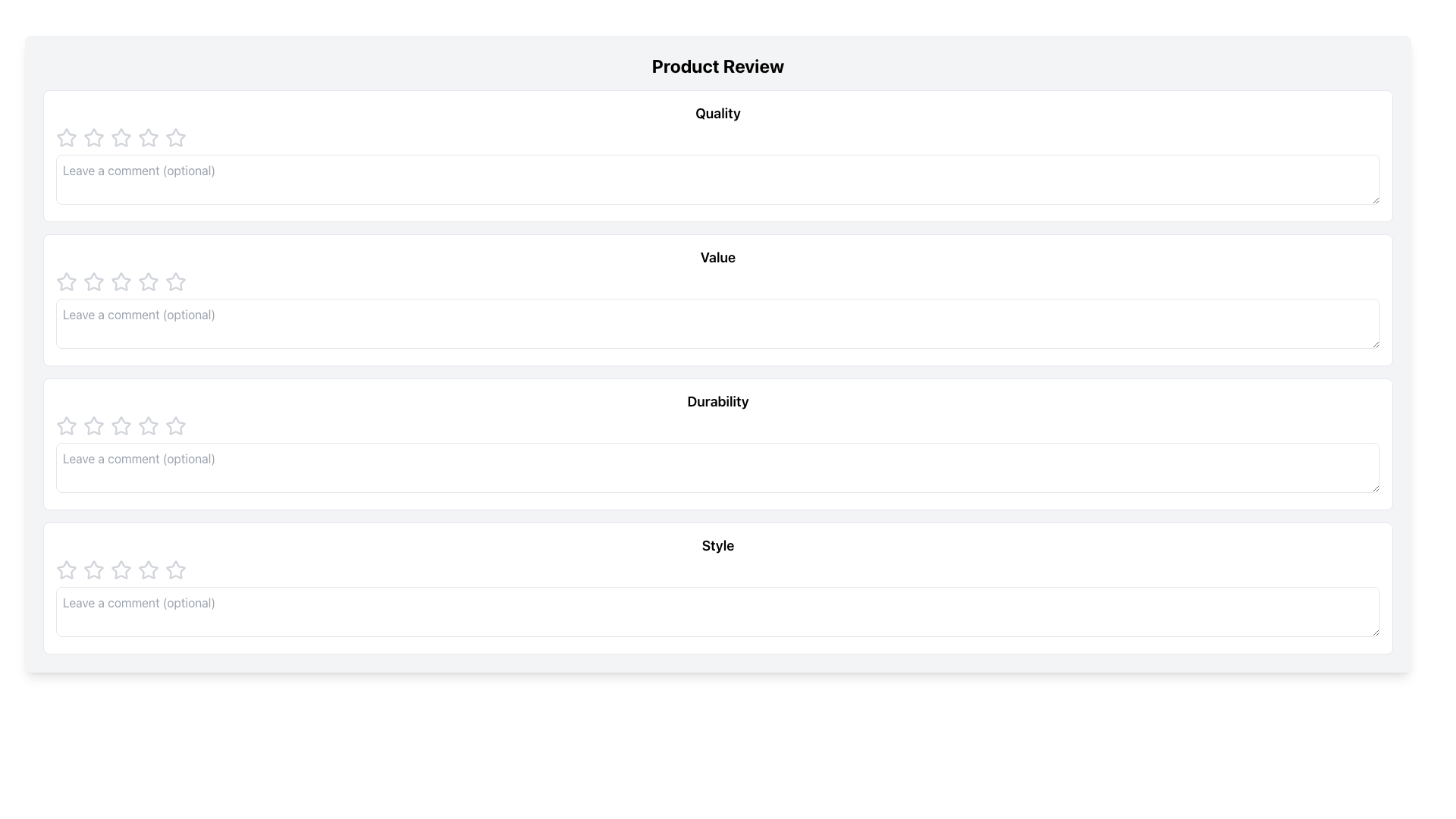 This screenshot has height=819, width=1456. What do you see at coordinates (175, 425) in the screenshot?
I see `the third star in the five-star rating scale under the 'Durability' category` at bounding box center [175, 425].